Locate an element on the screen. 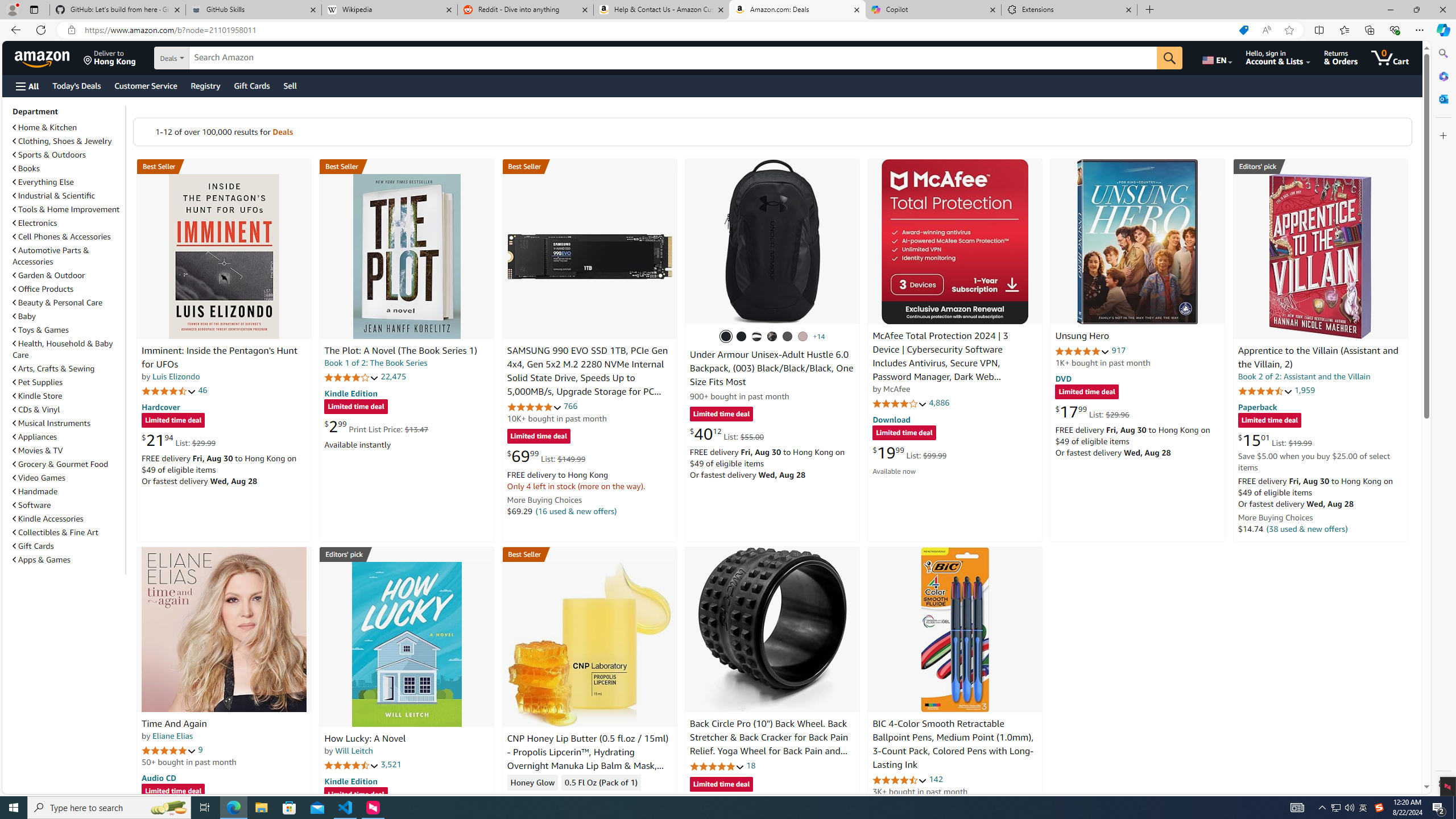 Image resolution: width=1456 pixels, height=819 pixels. 'Microsoft 365' is located at coordinates (1442, 76).